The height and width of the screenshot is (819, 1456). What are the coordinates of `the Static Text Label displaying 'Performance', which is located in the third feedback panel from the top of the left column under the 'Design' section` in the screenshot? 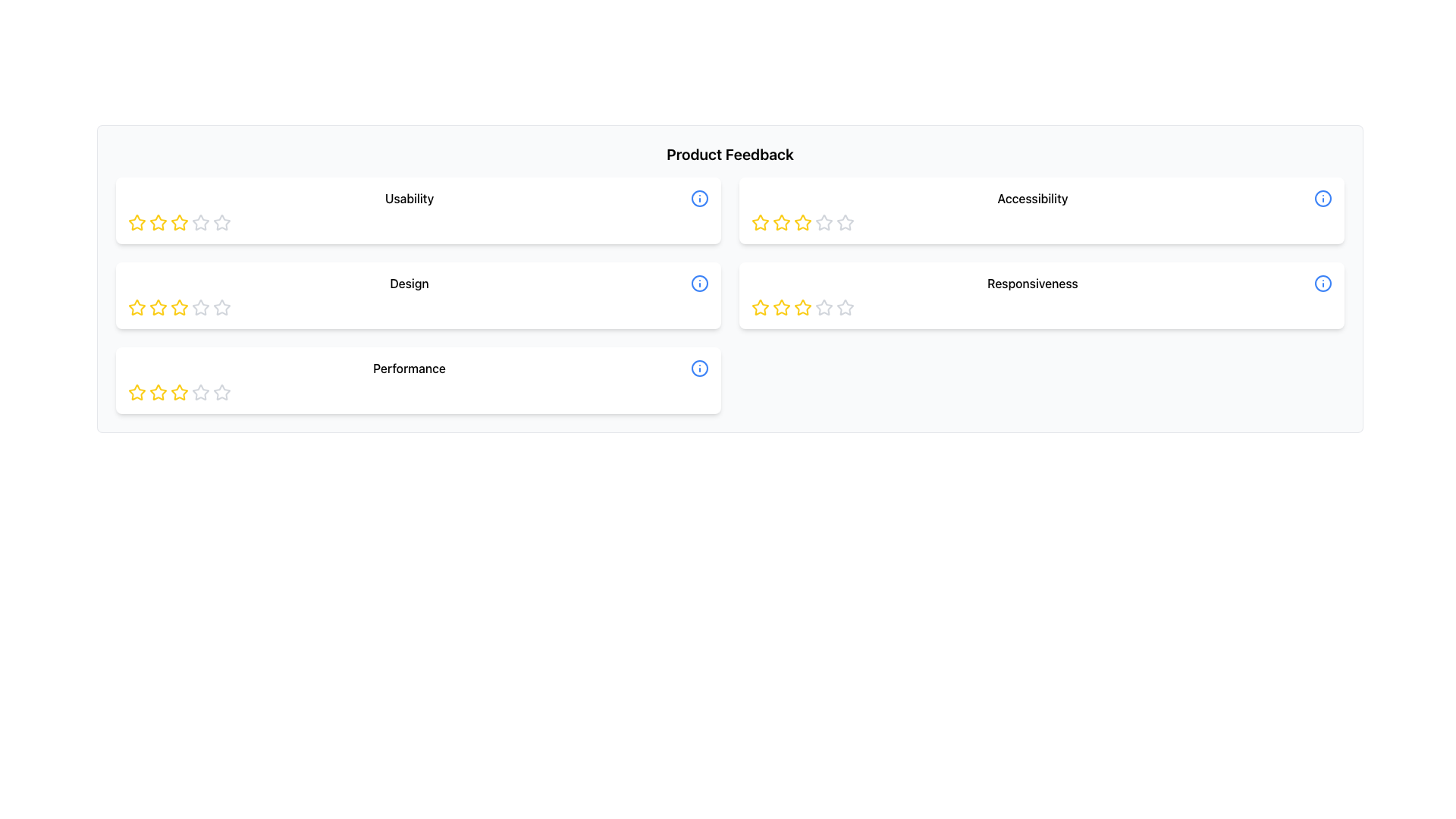 It's located at (409, 369).